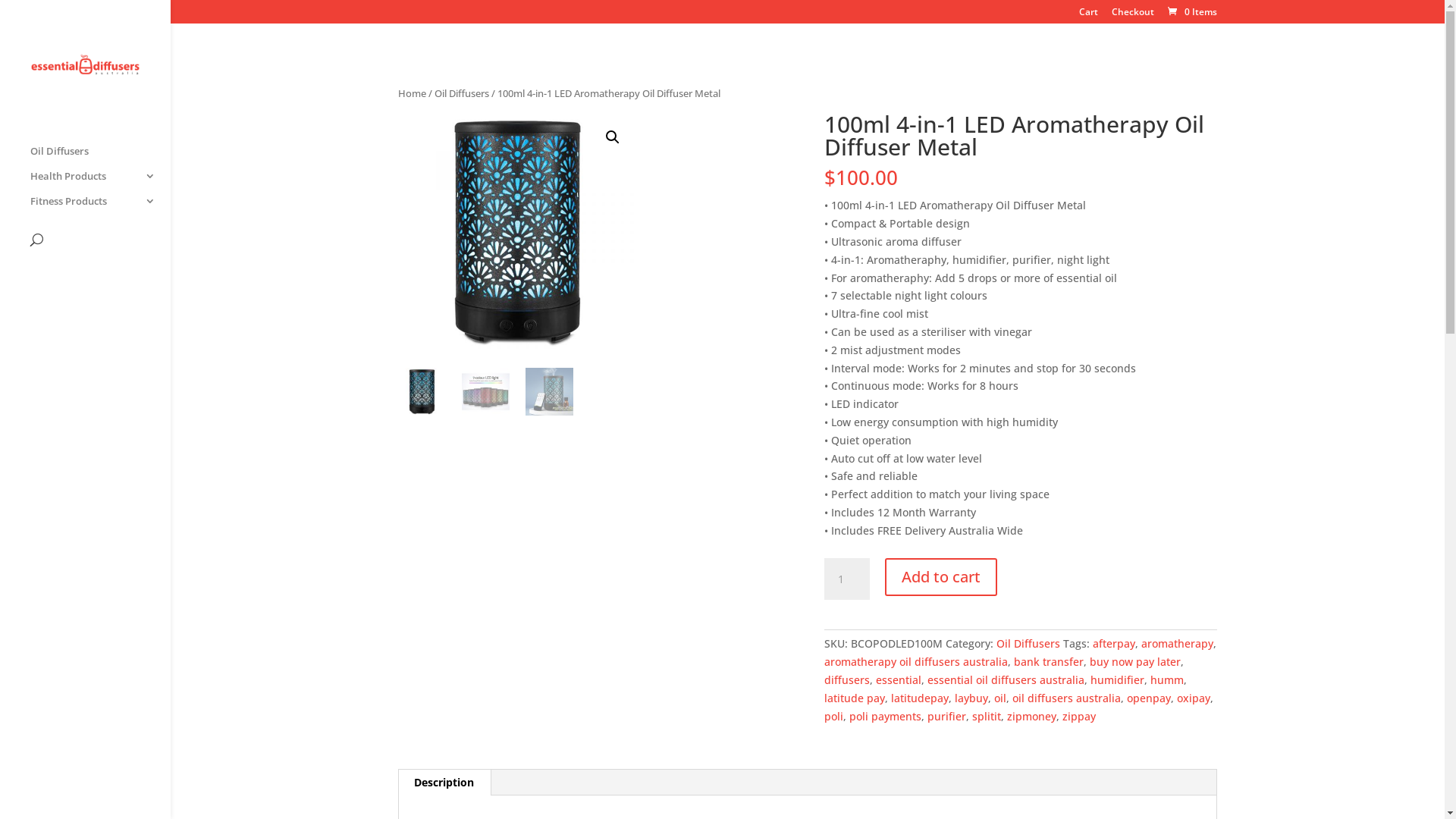  What do you see at coordinates (915, 661) in the screenshot?
I see `'aromatherapy oil diffusers australia'` at bounding box center [915, 661].